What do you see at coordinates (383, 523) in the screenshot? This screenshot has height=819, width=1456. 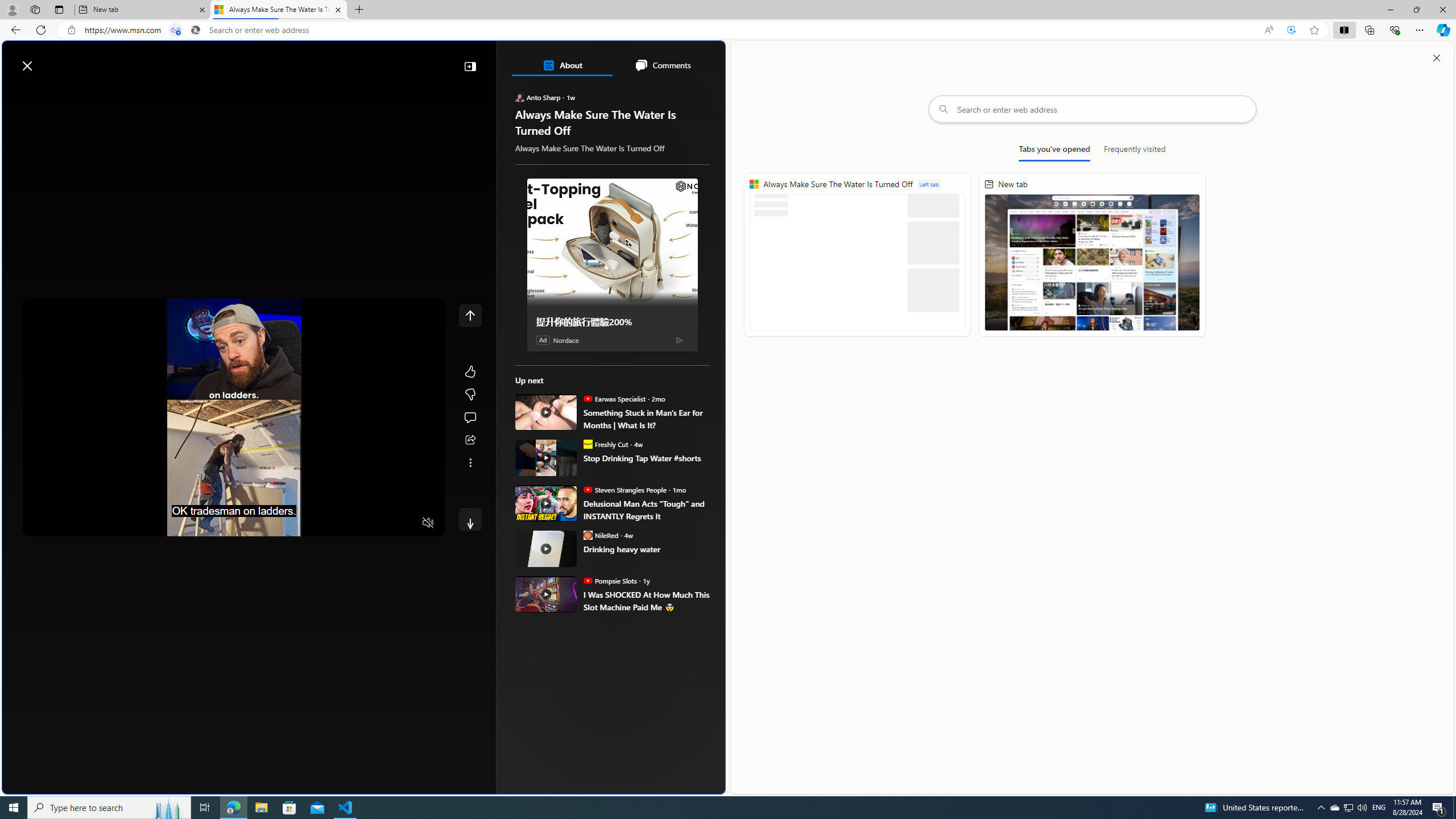 I see `'Captions'` at bounding box center [383, 523].